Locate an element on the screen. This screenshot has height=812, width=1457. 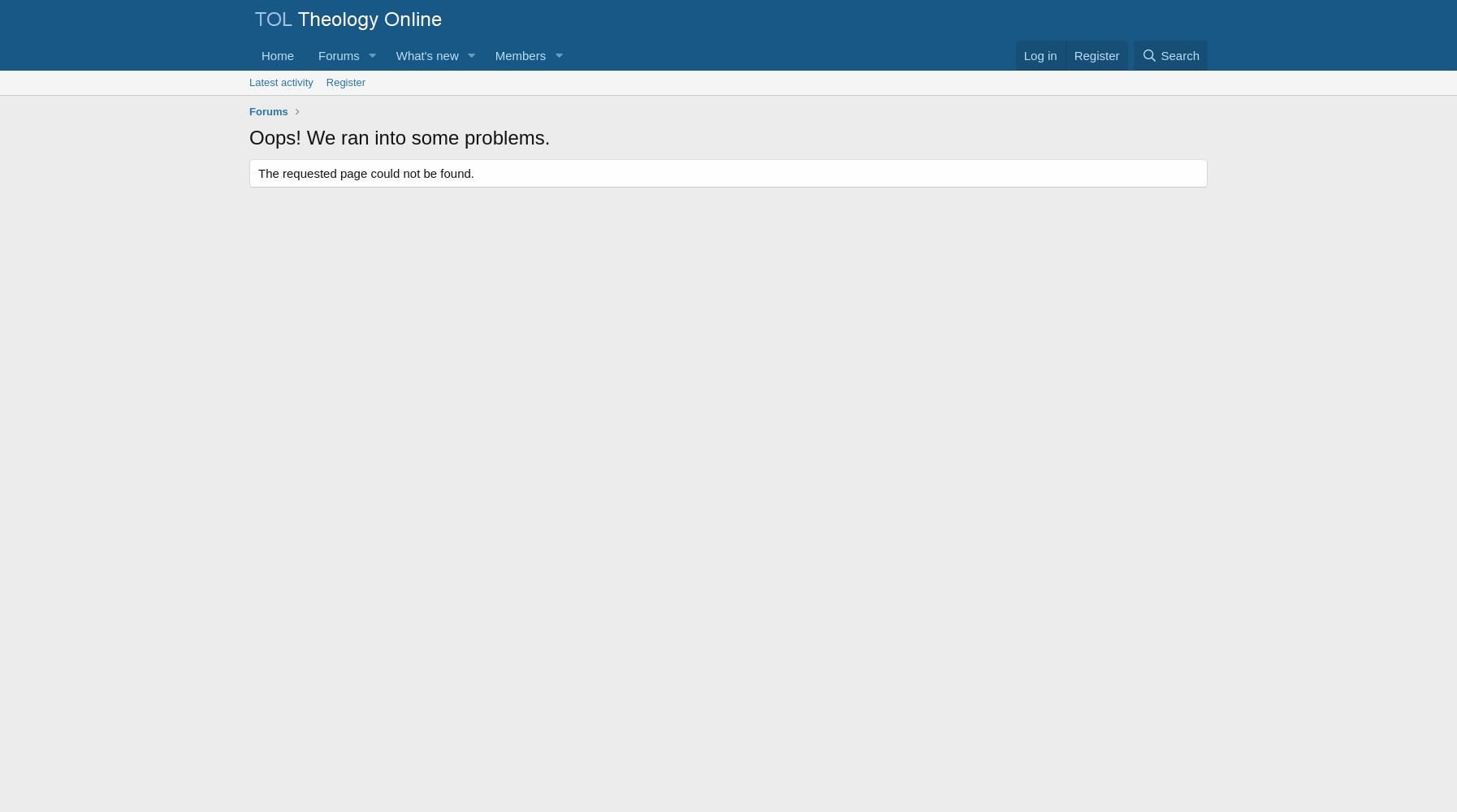
'Oops! We ran into some problems.' is located at coordinates (248, 136).